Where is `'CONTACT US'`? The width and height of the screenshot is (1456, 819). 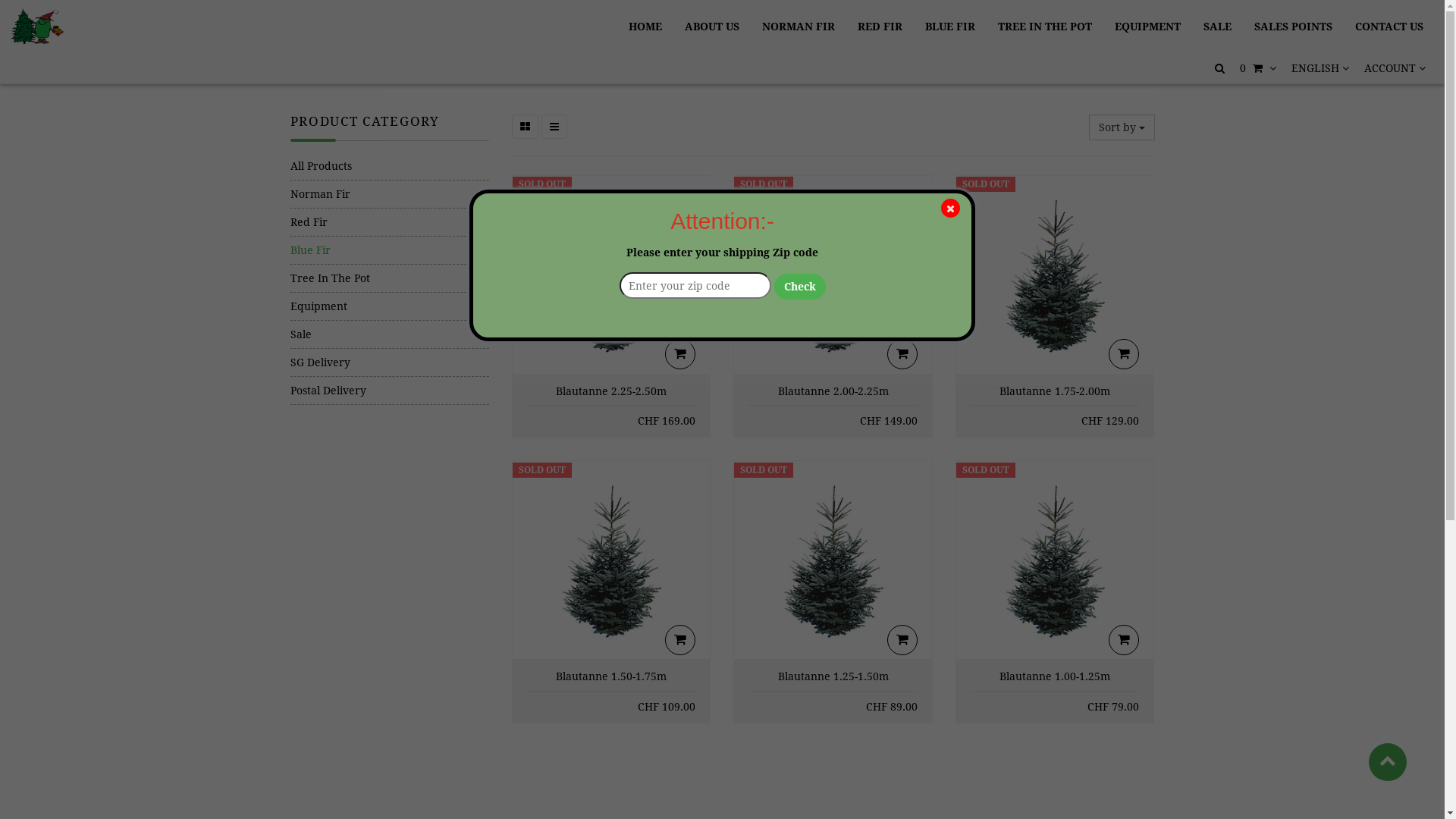 'CONTACT US' is located at coordinates (1389, 26).